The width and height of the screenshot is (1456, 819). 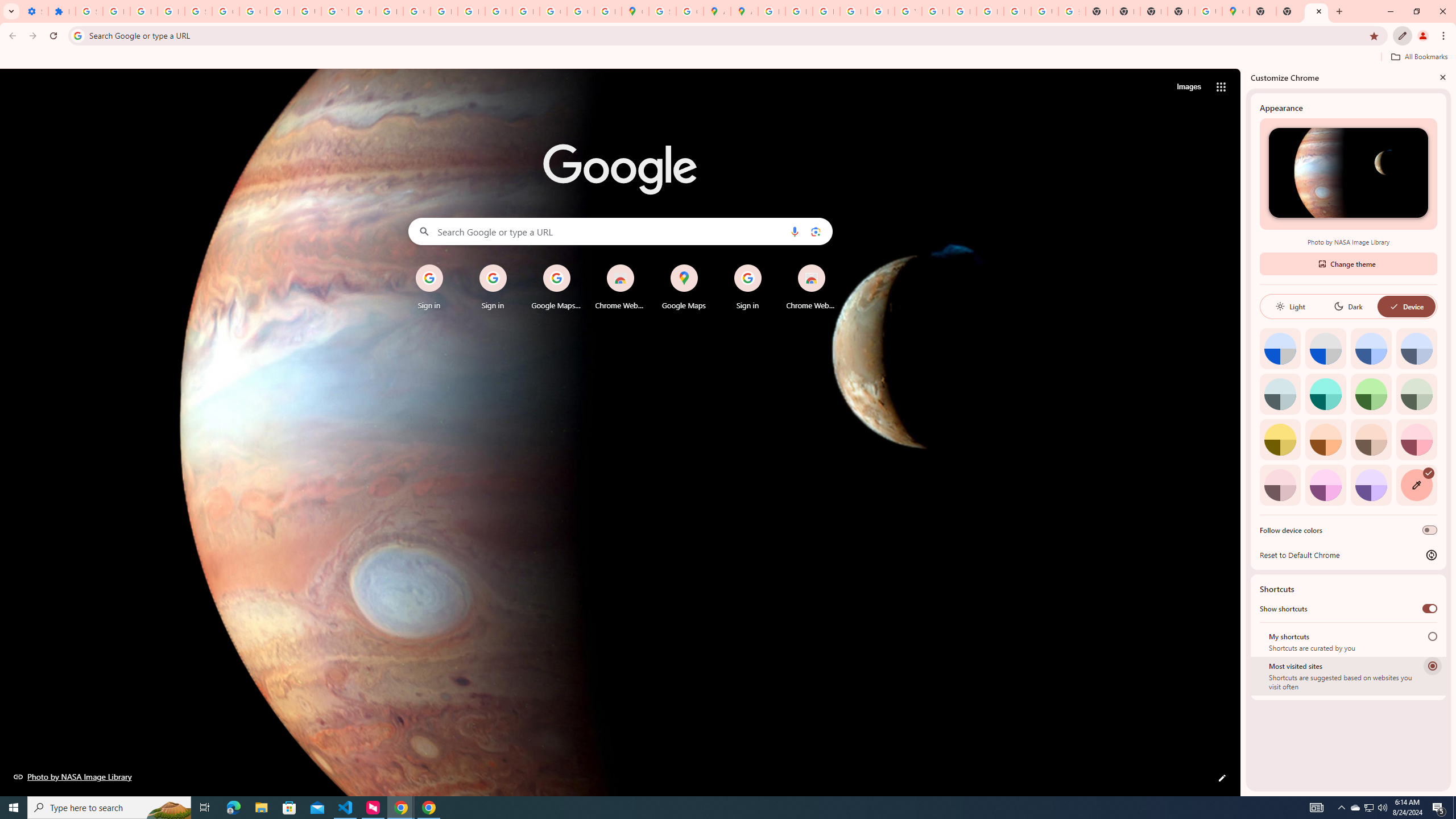 I want to click on 'Viridian', so click(x=1416, y=394).